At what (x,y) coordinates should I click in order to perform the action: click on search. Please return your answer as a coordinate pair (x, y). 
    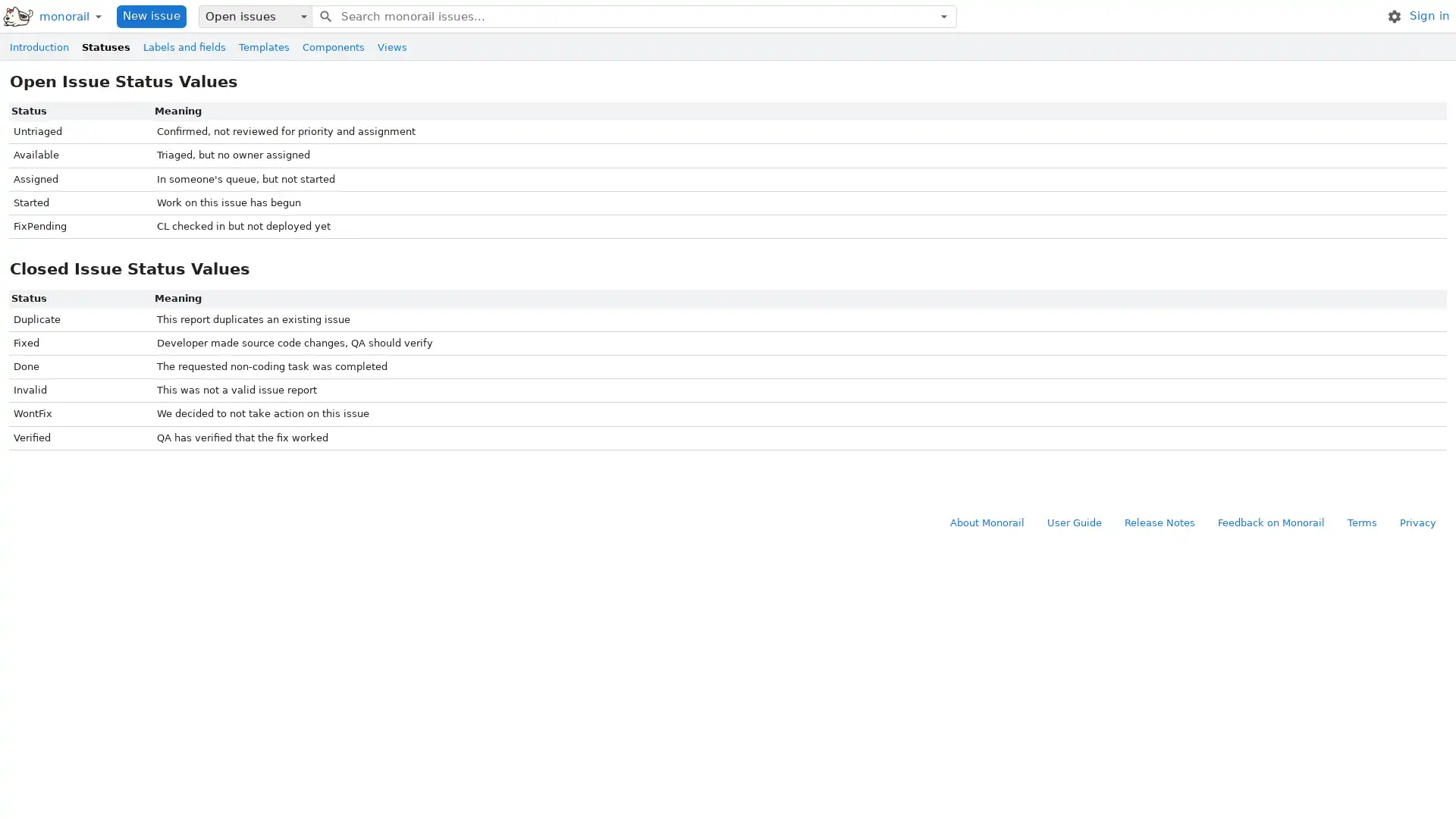
    Looking at the image, I should click on (324, 15).